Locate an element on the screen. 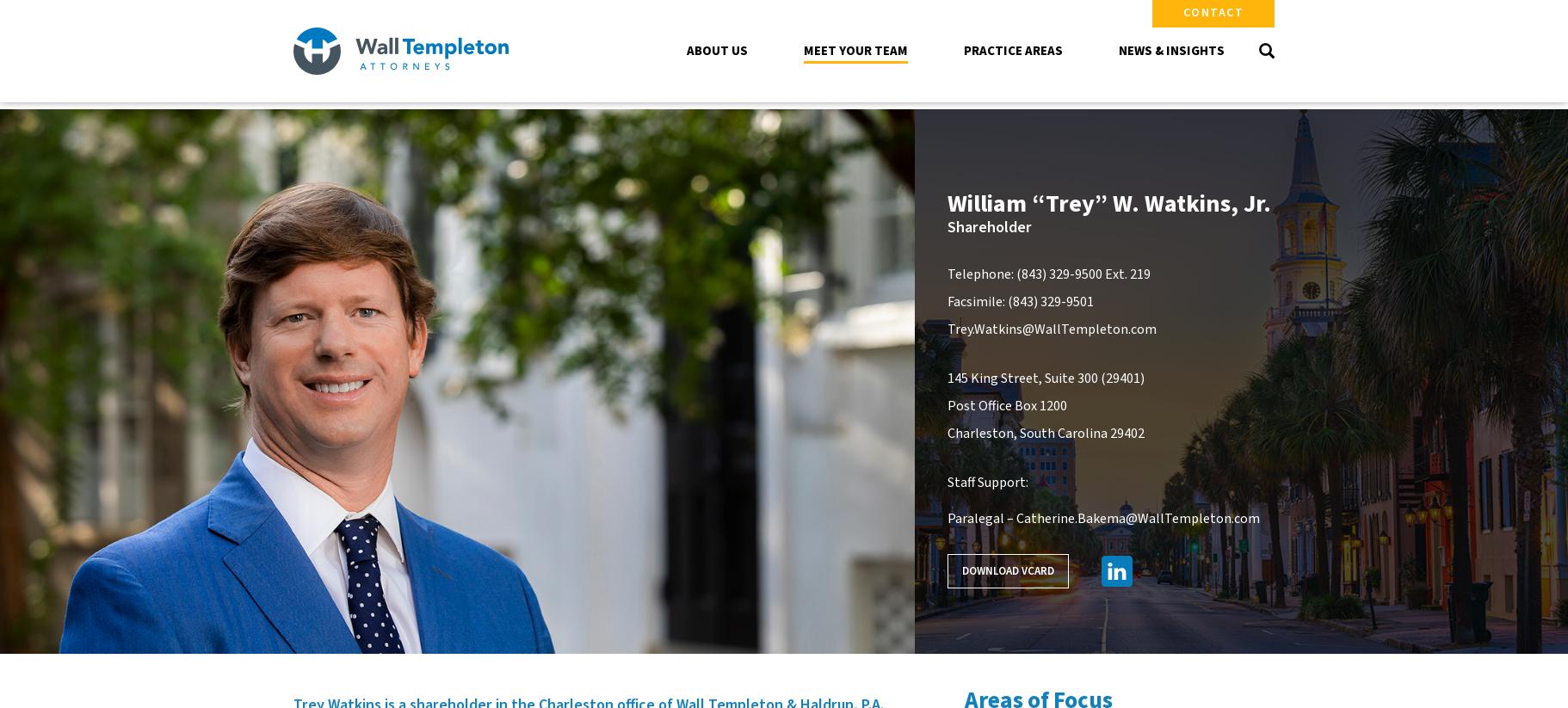 This screenshot has height=708, width=1568. 'Staff Support:' is located at coordinates (985, 480).